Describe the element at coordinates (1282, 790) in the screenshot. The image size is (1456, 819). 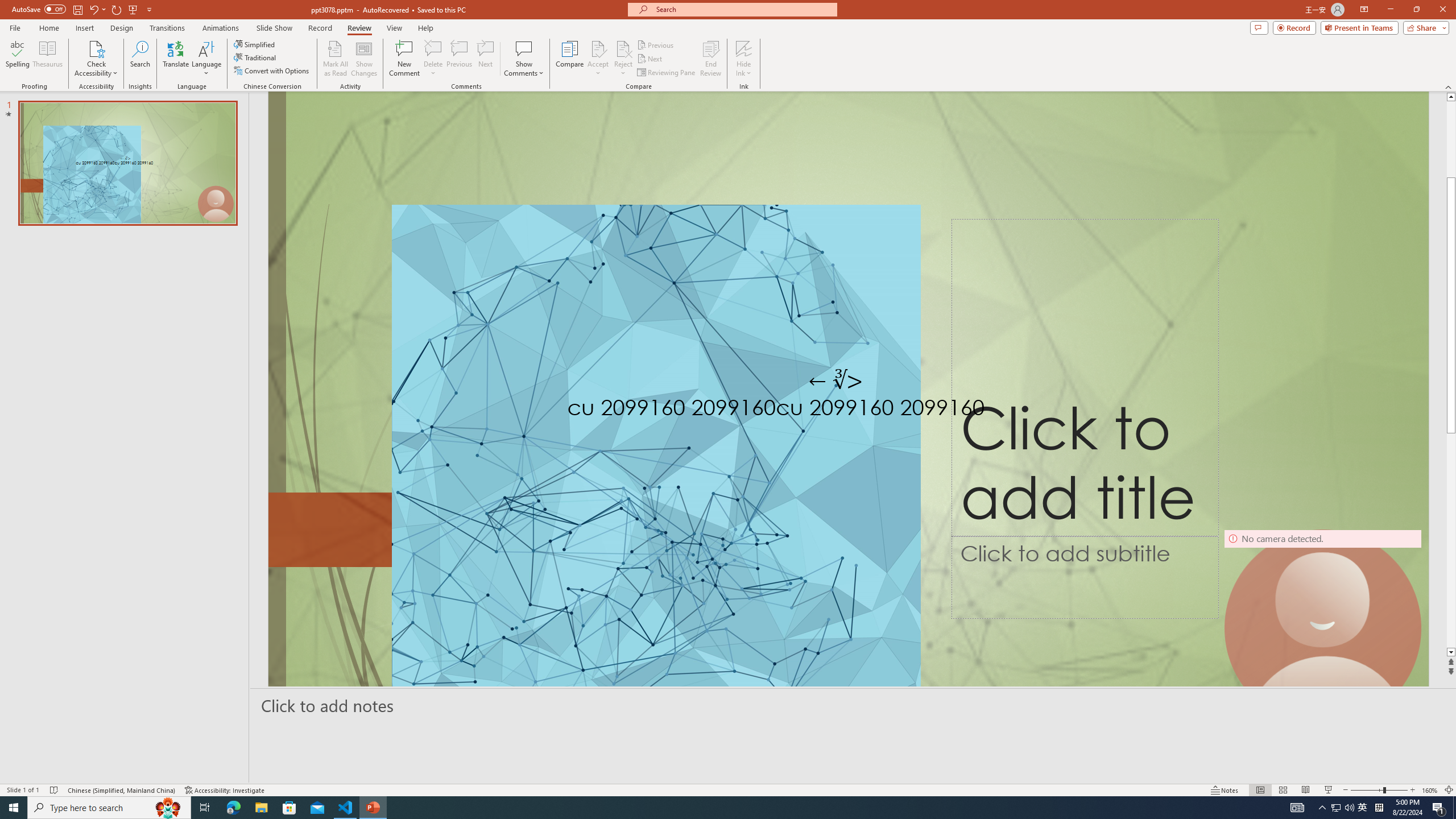
I see `'Slide Sorter'` at that location.